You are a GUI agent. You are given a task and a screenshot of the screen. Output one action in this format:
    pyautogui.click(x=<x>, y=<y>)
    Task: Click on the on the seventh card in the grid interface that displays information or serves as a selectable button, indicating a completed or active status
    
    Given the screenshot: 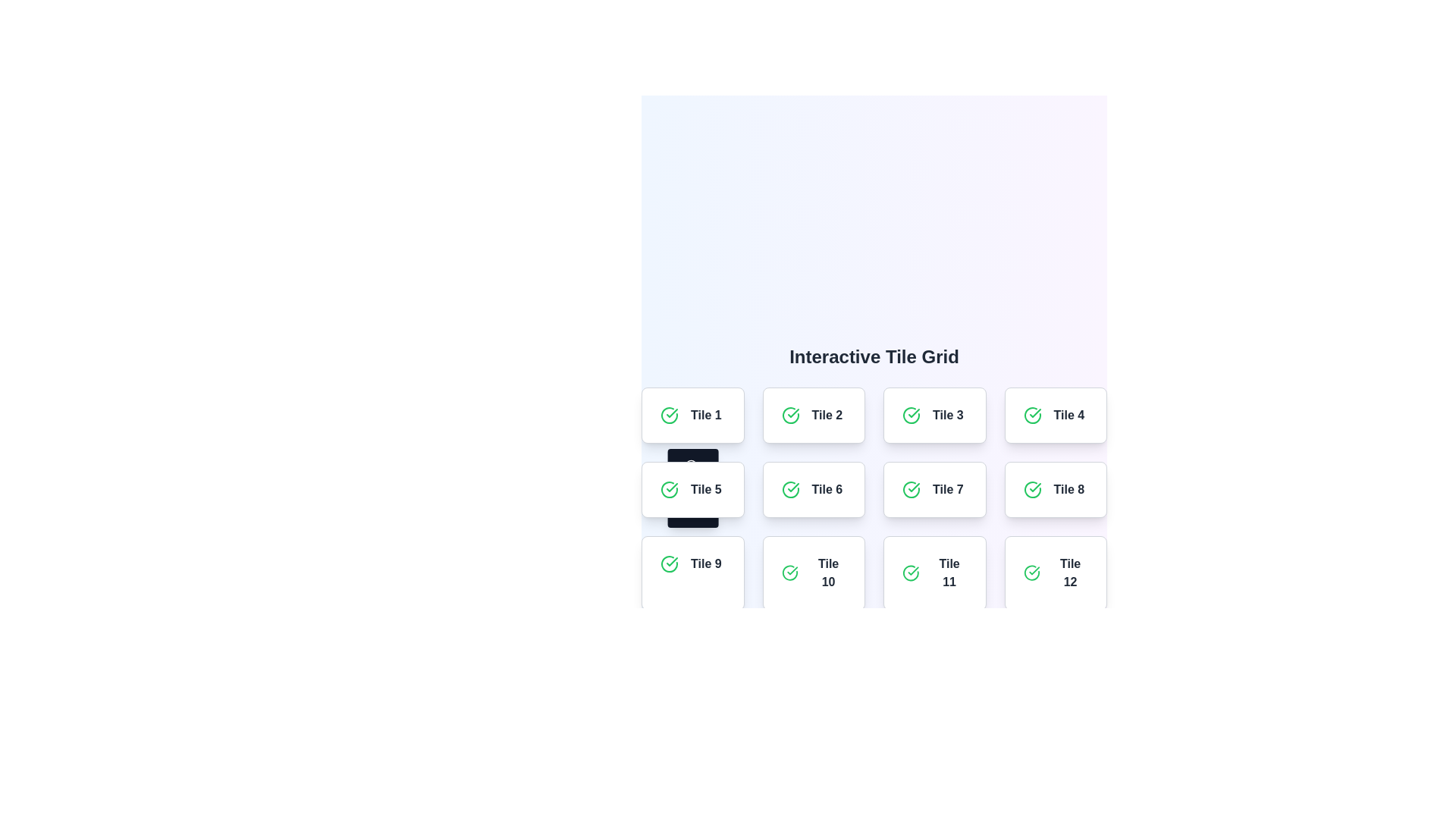 What is the action you would take?
    pyautogui.click(x=934, y=489)
    